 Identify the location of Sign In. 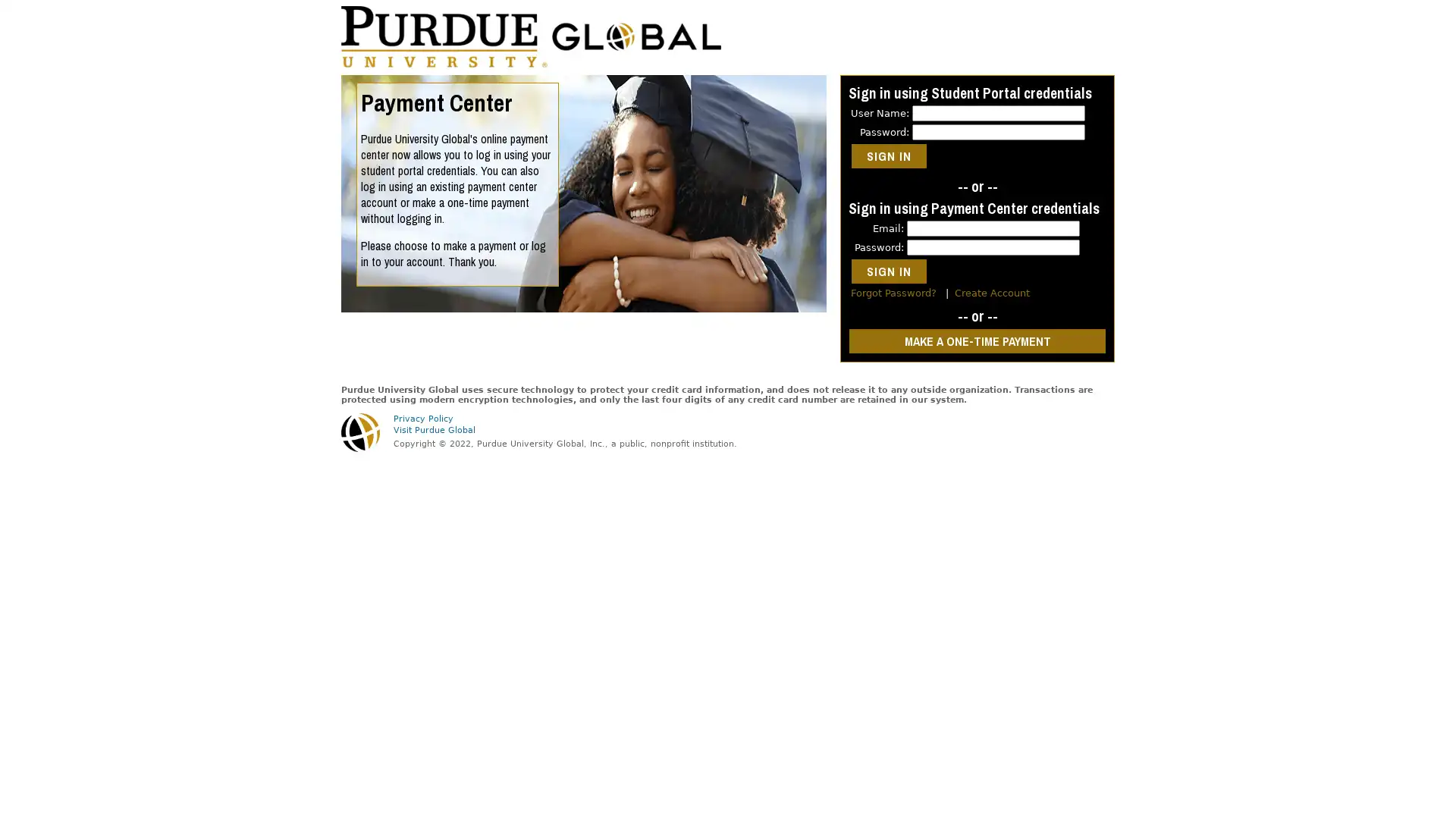
(889, 271).